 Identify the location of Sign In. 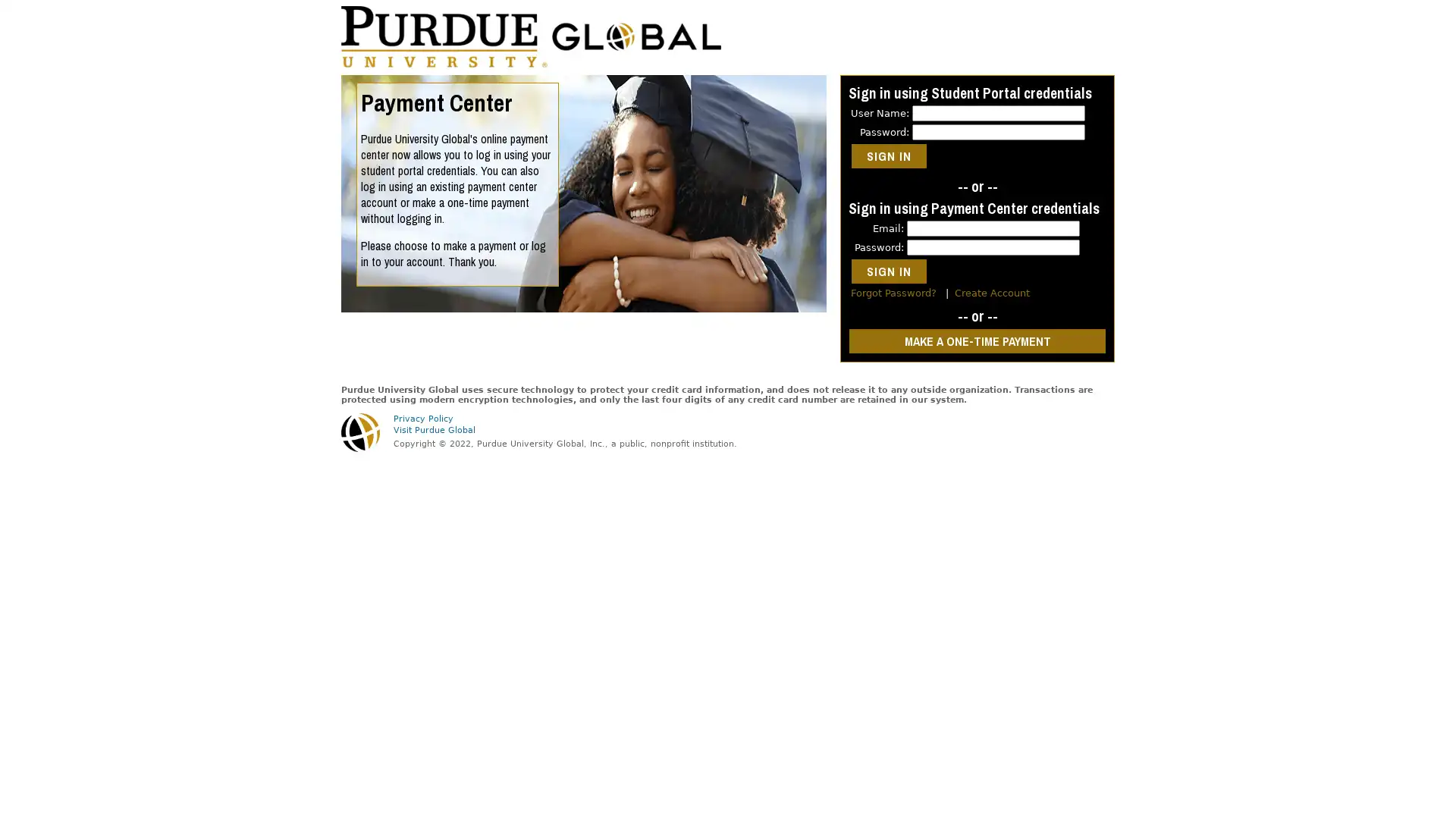
(889, 271).